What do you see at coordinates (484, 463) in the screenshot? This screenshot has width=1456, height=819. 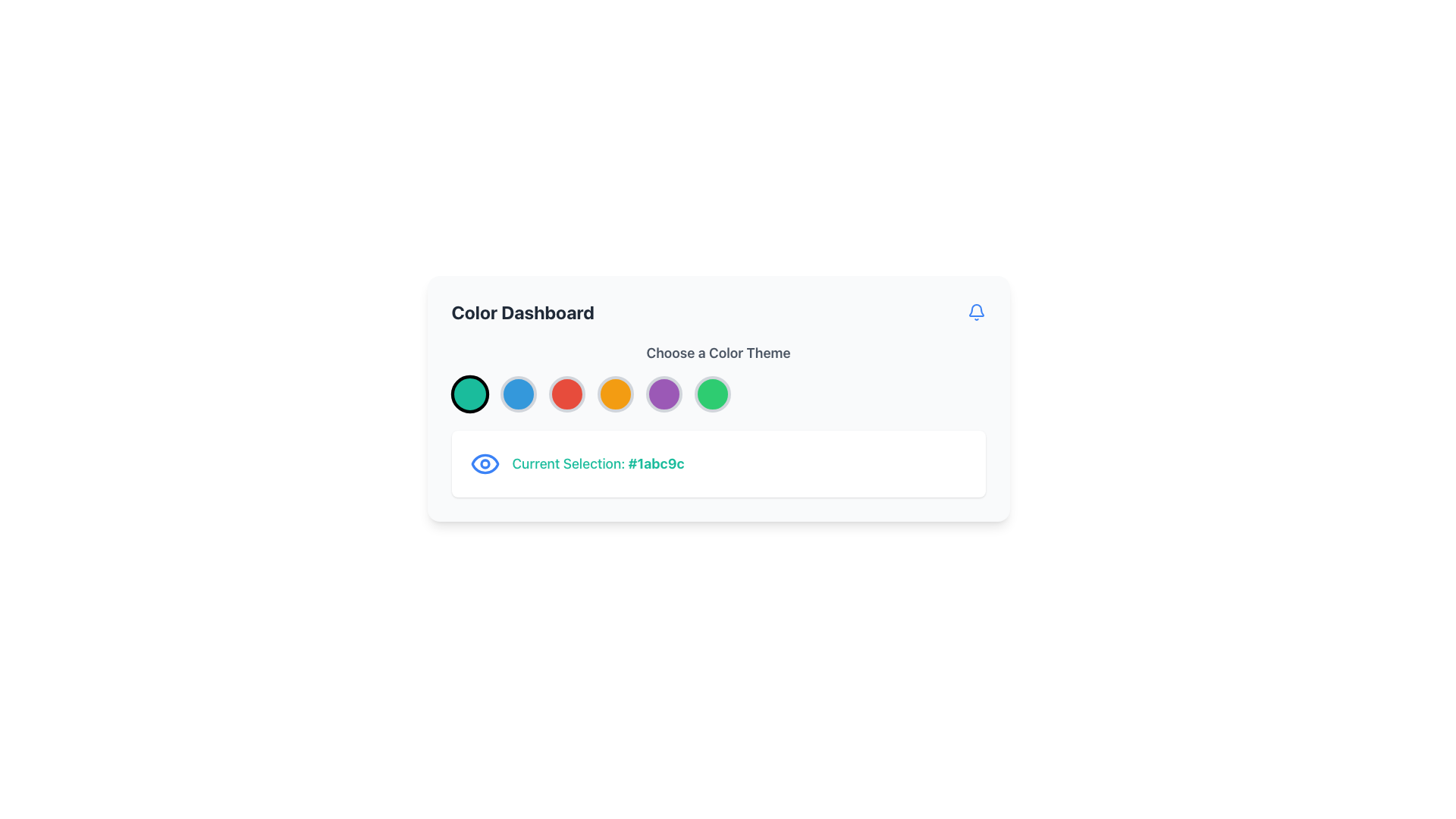 I see `the eye icon located to the left of the text 'Current Selection: #1abc9c' within a white box` at bounding box center [484, 463].